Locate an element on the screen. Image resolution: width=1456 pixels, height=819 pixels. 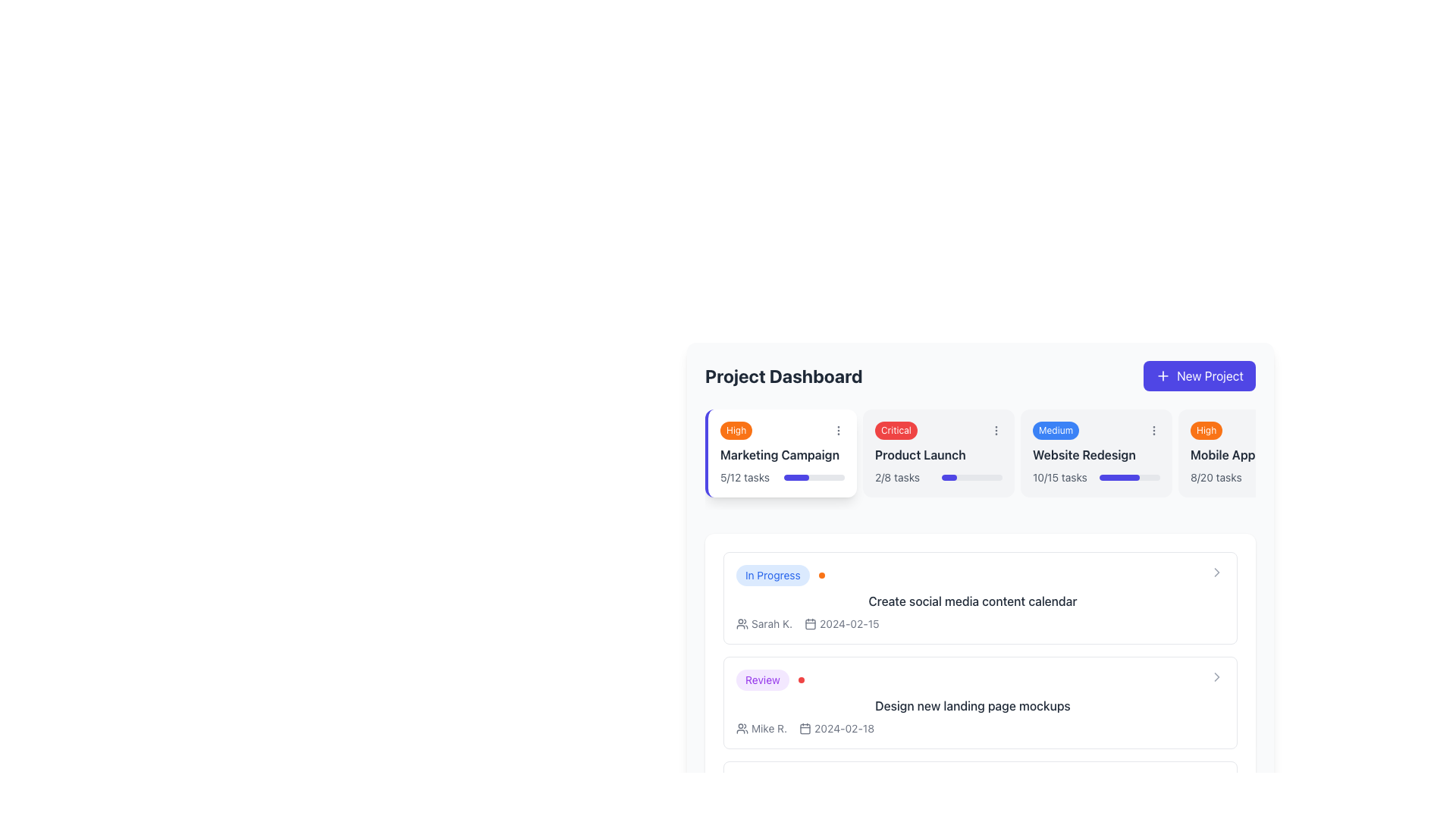
the Progress Bar Segment that visually represents the progress of a task or project within the progress bar UI component on the dashboard is located at coordinates (795, 476).